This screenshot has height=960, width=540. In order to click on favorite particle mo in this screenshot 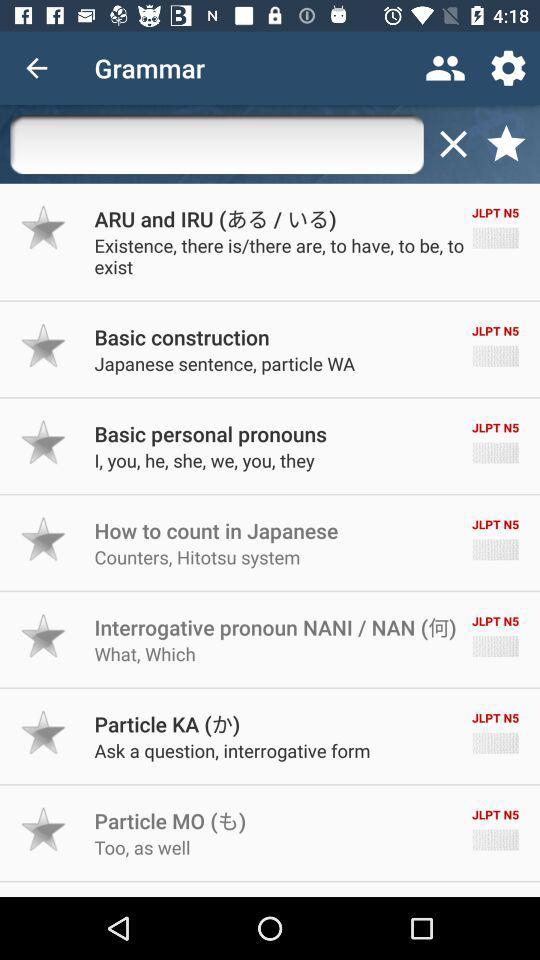, I will do `click(44, 829)`.